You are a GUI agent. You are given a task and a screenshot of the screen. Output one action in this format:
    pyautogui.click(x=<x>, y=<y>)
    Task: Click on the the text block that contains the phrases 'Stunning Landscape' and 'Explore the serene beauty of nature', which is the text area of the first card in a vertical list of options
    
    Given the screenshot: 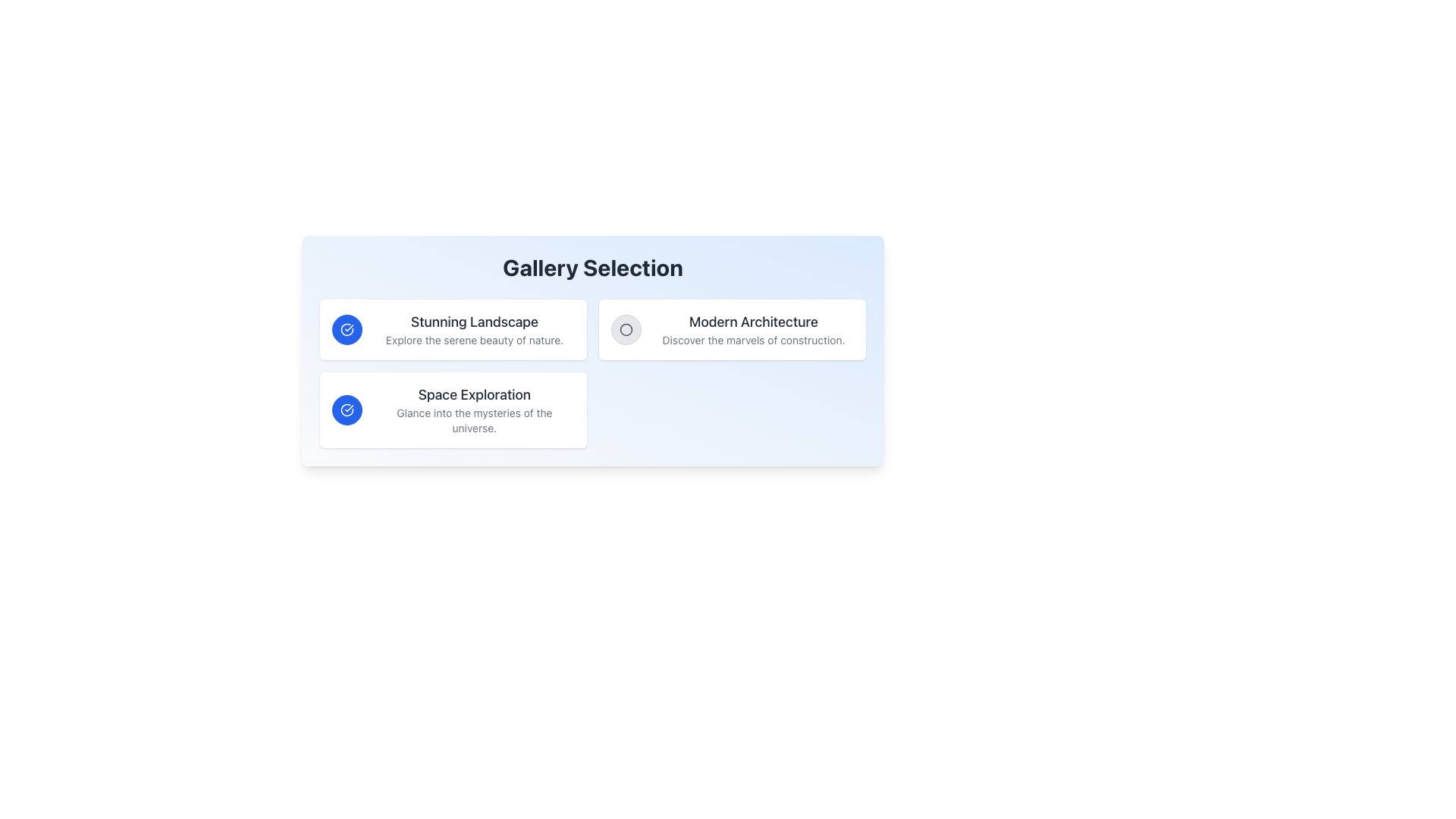 What is the action you would take?
    pyautogui.click(x=473, y=329)
    